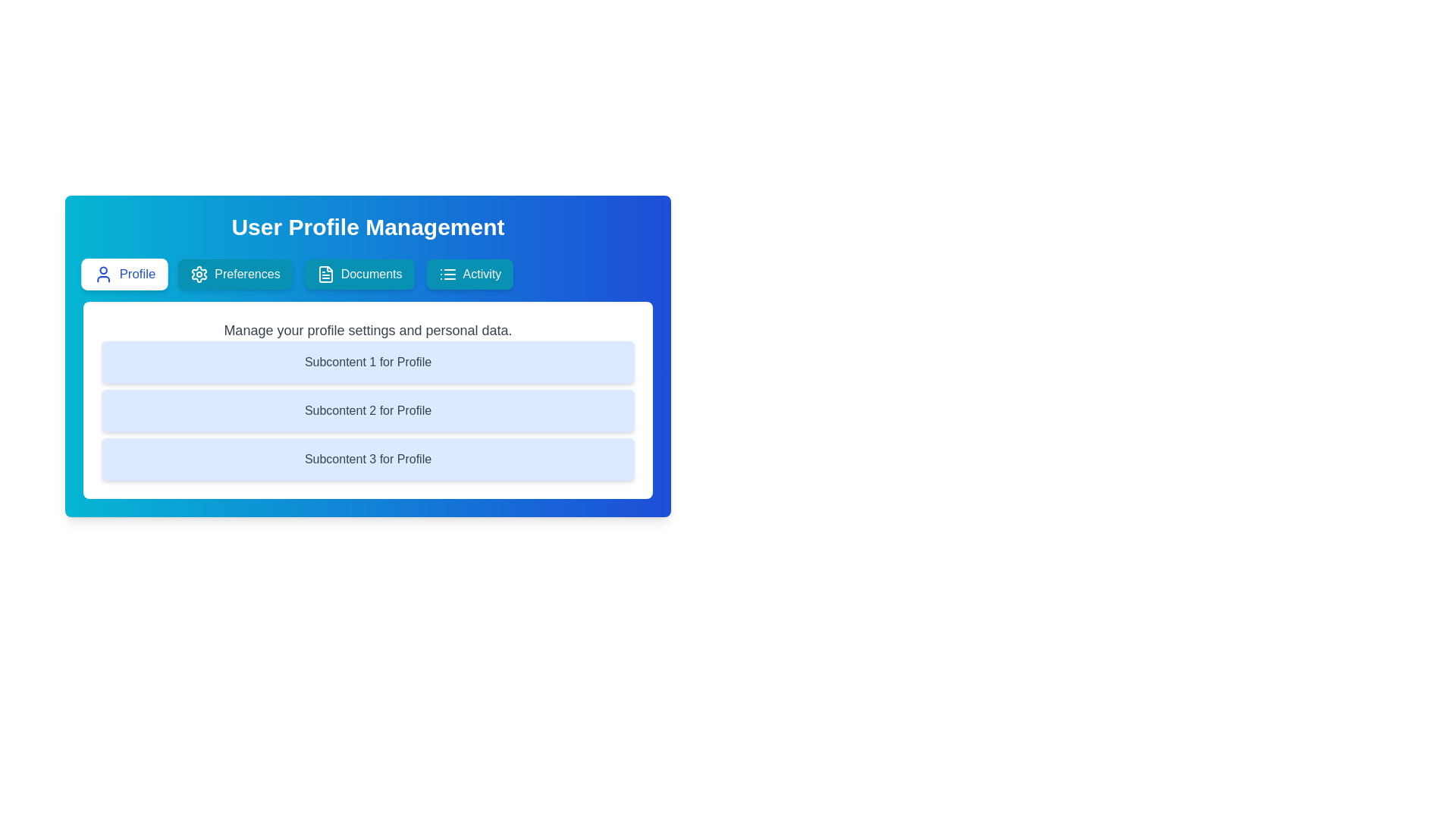 The width and height of the screenshot is (1456, 819). I want to click on the circular gear-like icon within the blue 'Preferences' button located in the top navigation bar, so click(199, 275).